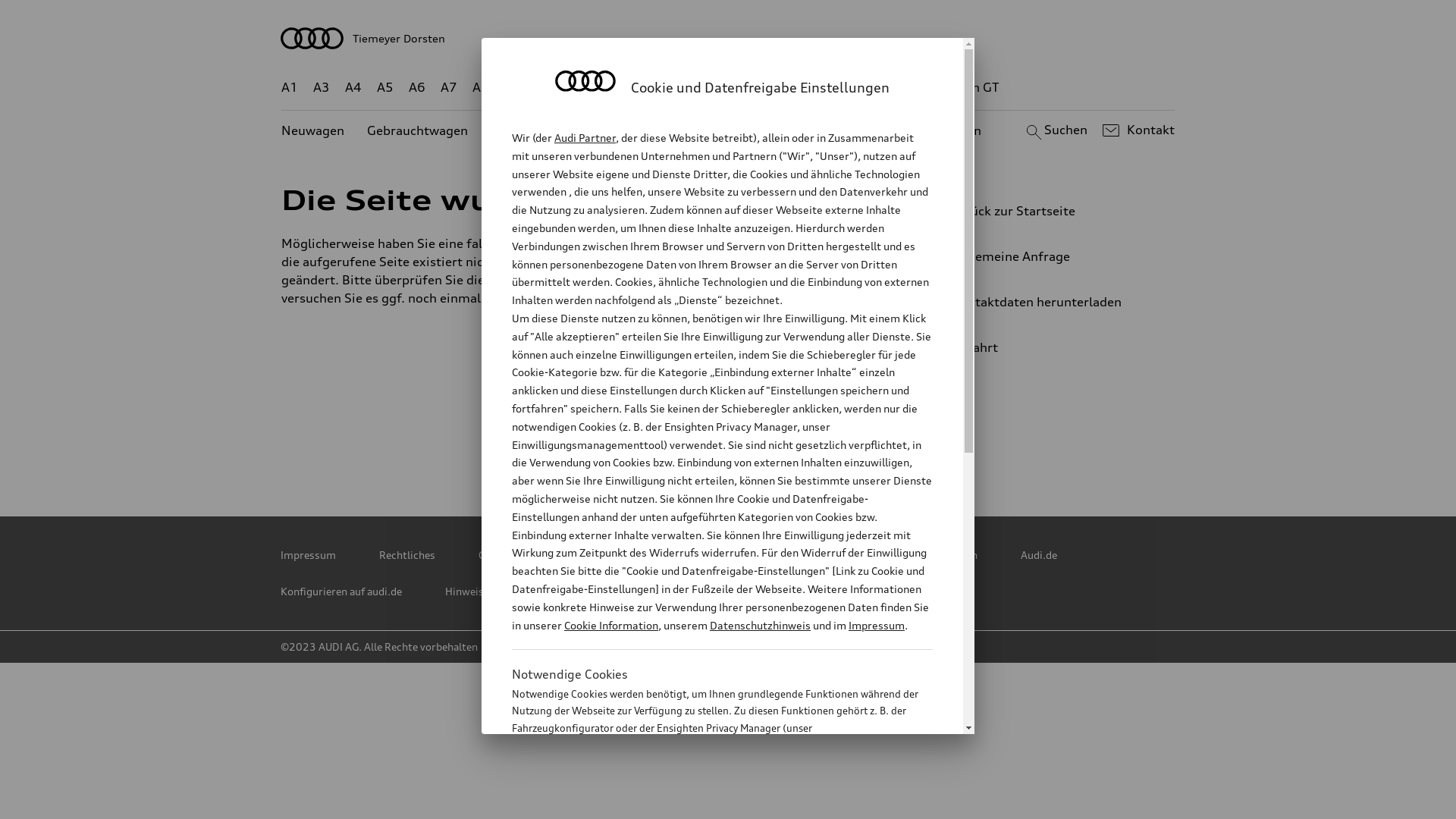 This screenshot has width=1456, height=819. What do you see at coordinates (641, 130) in the screenshot?
I see `'Angebote'` at bounding box center [641, 130].